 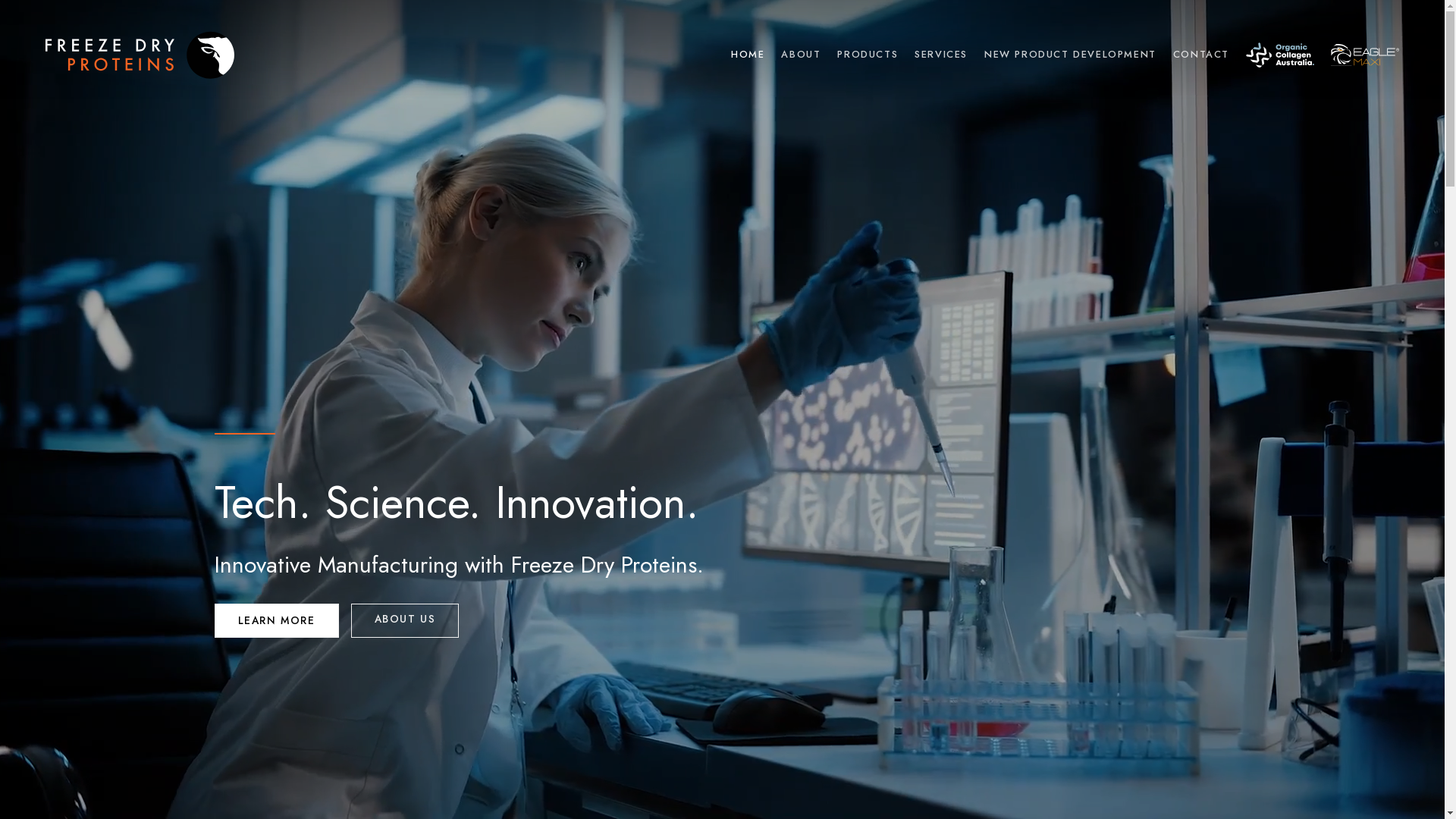 What do you see at coordinates (800, 54) in the screenshot?
I see `'ABOUT'` at bounding box center [800, 54].